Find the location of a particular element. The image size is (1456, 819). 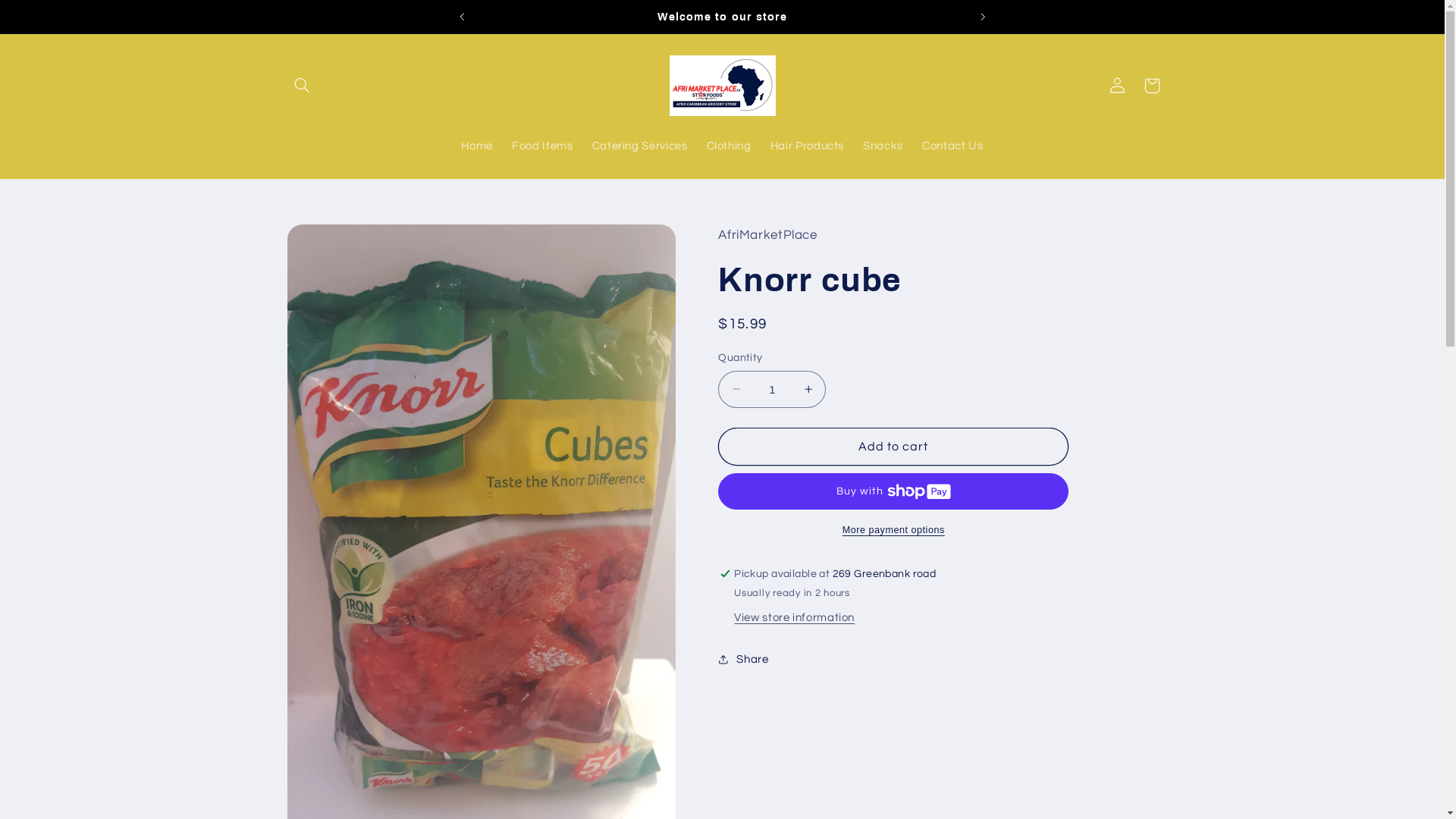

'Skip to product information' is located at coordinates (331, 241).